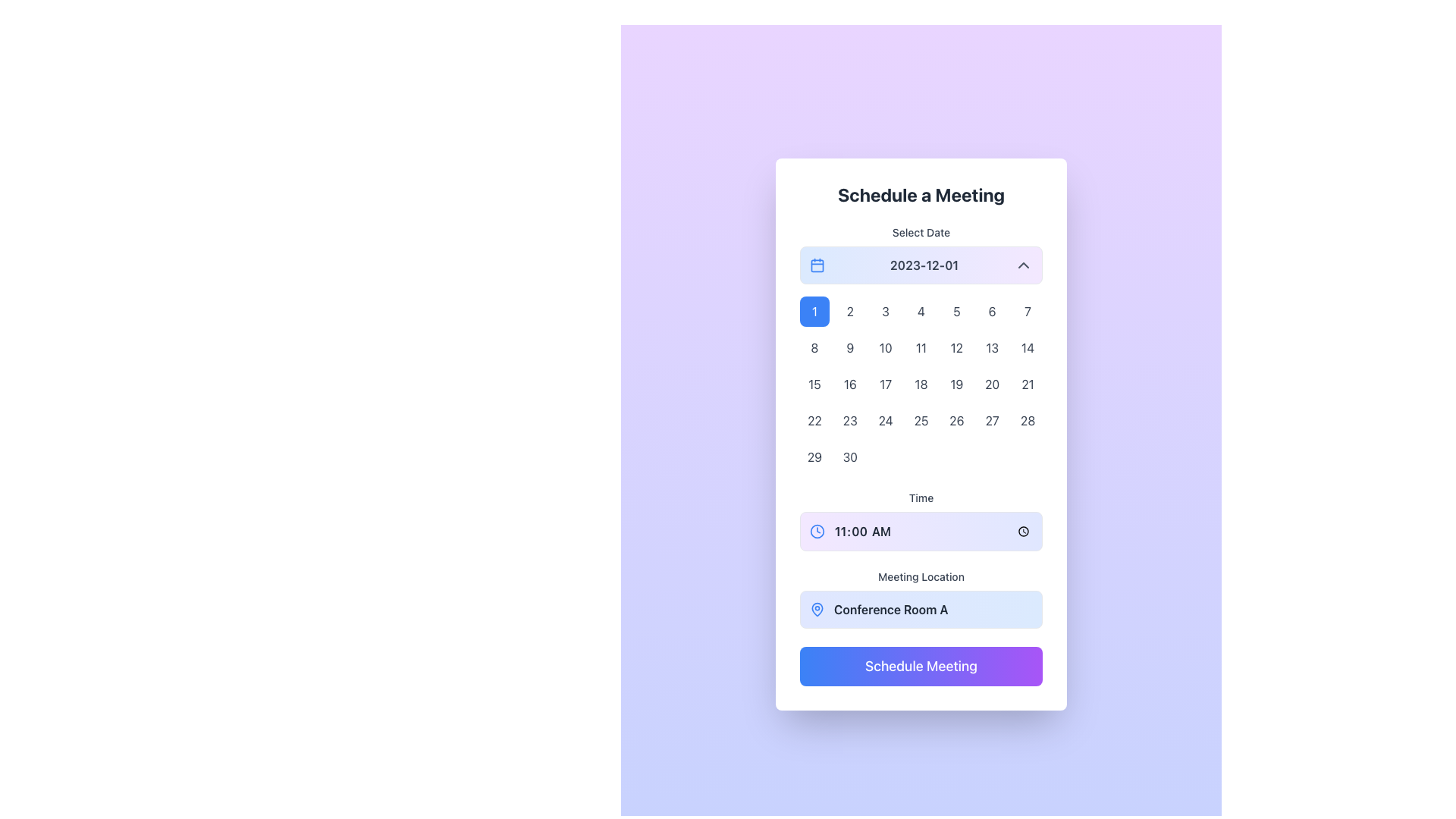 The image size is (1456, 819). Describe the element at coordinates (886, 348) in the screenshot. I see `the rectangular button labeled '10' with a light gray background` at that location.